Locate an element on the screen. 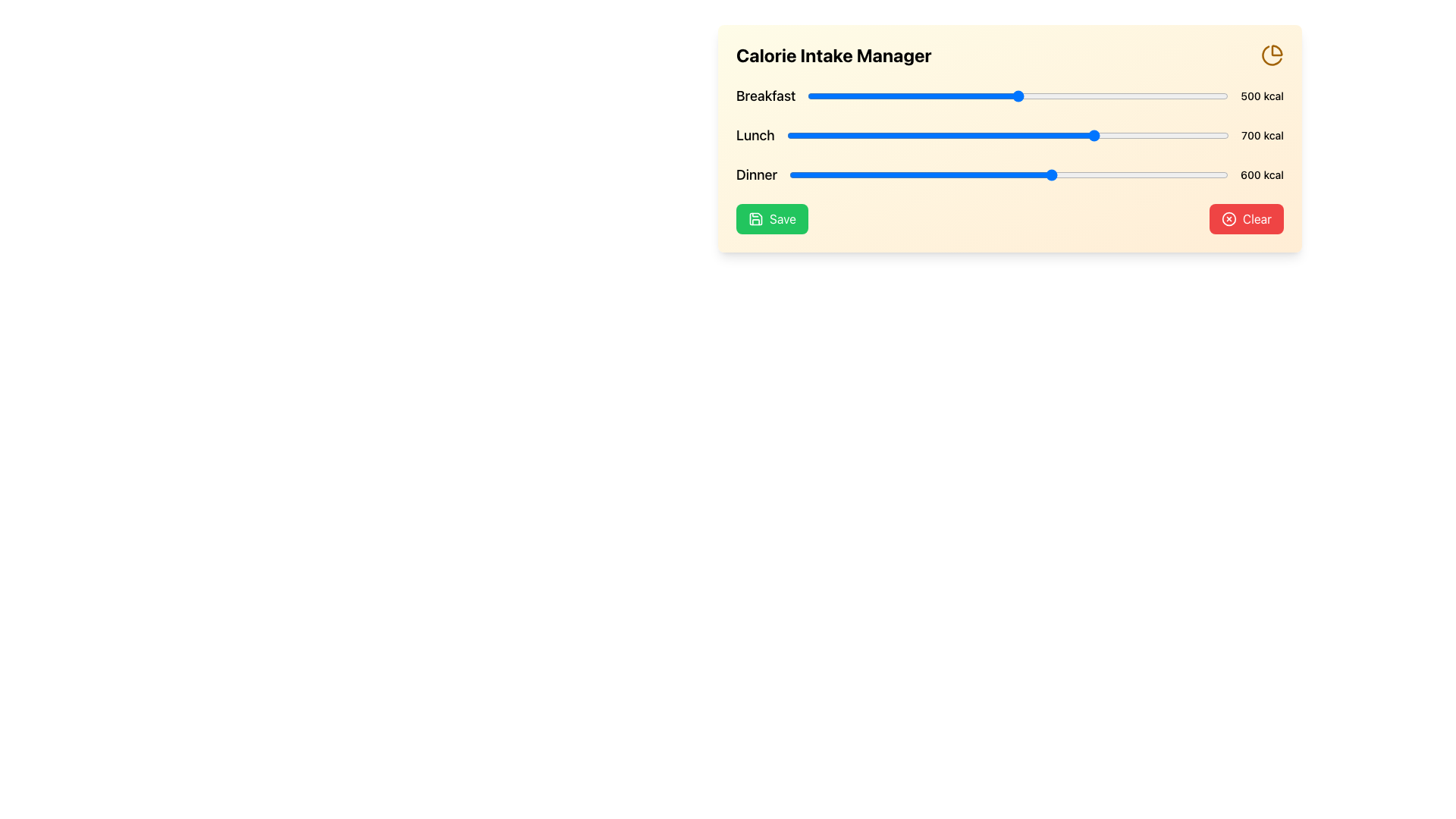 Image resolution: width=1456 pixels, height=819 pixels. the text label located within the red button that indicates a reset or clear function, positioned below the 'Dinner' sliders and to the right of the 'Save' button is located at coordinates (1257, 219).